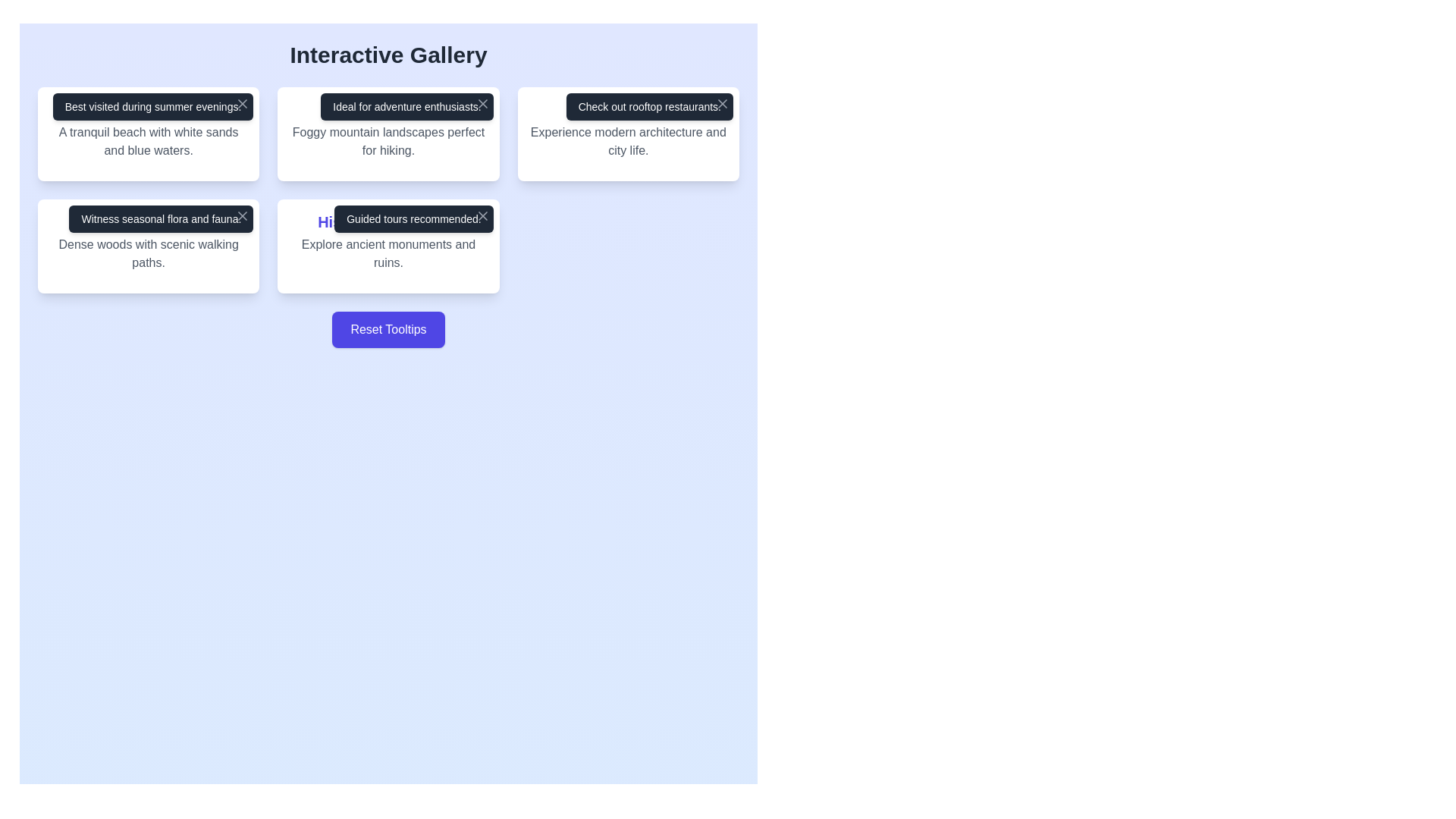 This screenshot has height=819, width=1456. Describe the element at coordinates (243, 103) in the screenshot. I see `the small cross-shaped icon located at the top right corner of the card labeled 'Best visited during summer evenings'` at that location.